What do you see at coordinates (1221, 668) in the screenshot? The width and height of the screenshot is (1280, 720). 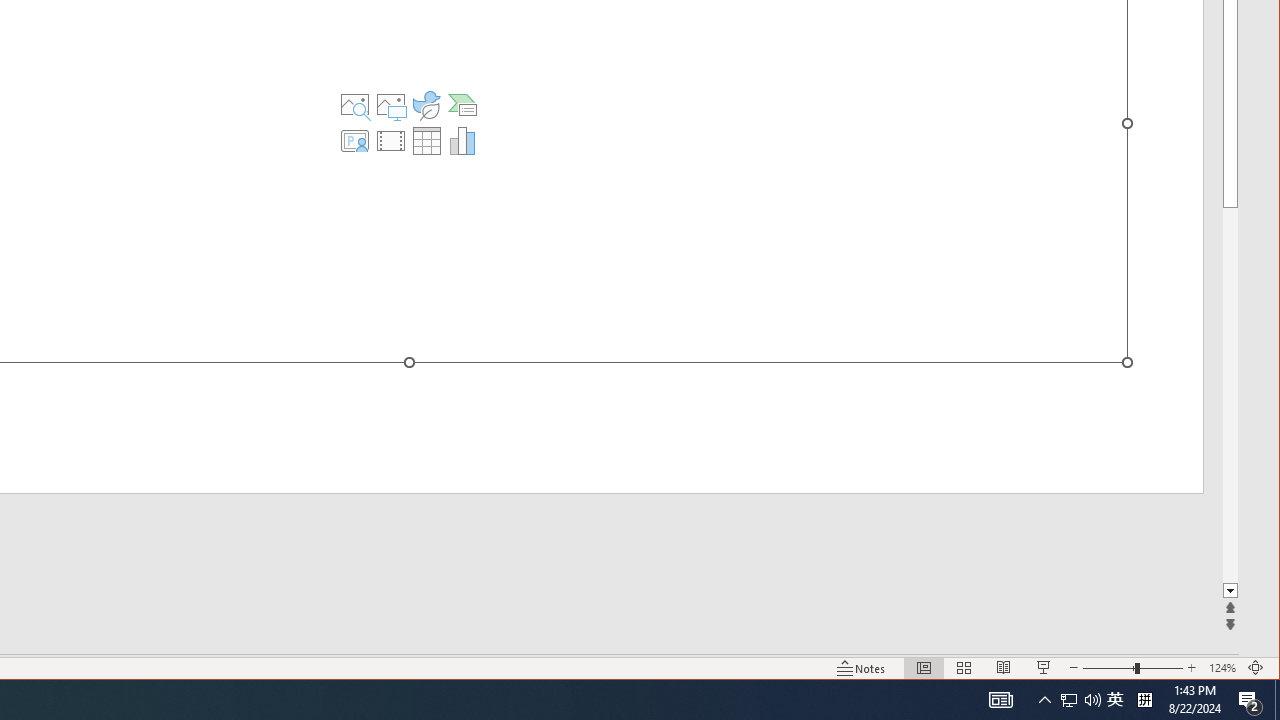 I see `'Zoom 124%'` at bounding box center [1221, 668].